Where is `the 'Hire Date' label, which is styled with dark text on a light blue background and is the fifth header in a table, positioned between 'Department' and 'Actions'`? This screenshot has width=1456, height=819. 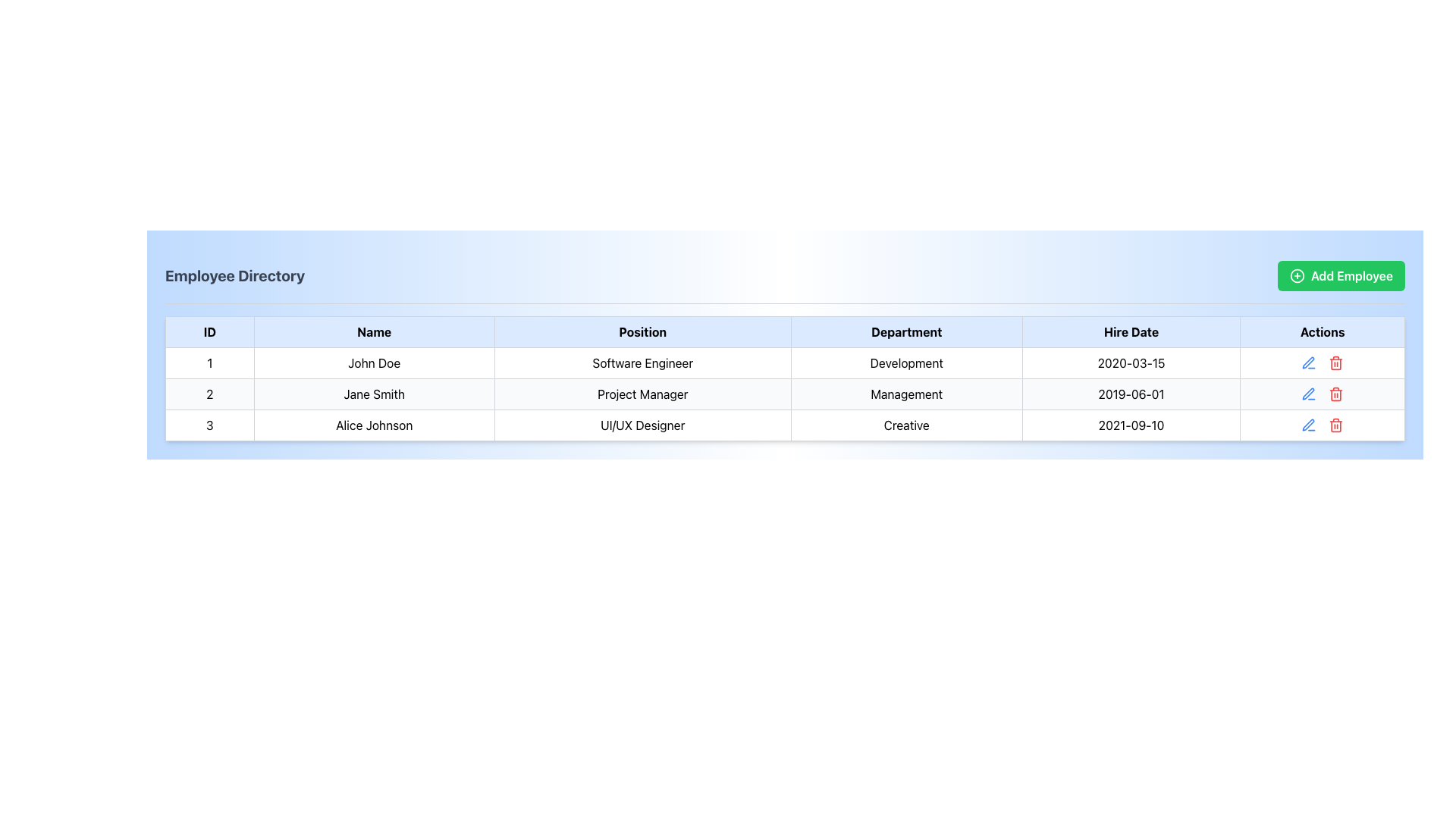 the 'Hire Date' label, which is styled with dark text on a light blue background and is the fifth header in a table, positioned between 'Department' and 'Actions' is located at coordinates (1131, 331).